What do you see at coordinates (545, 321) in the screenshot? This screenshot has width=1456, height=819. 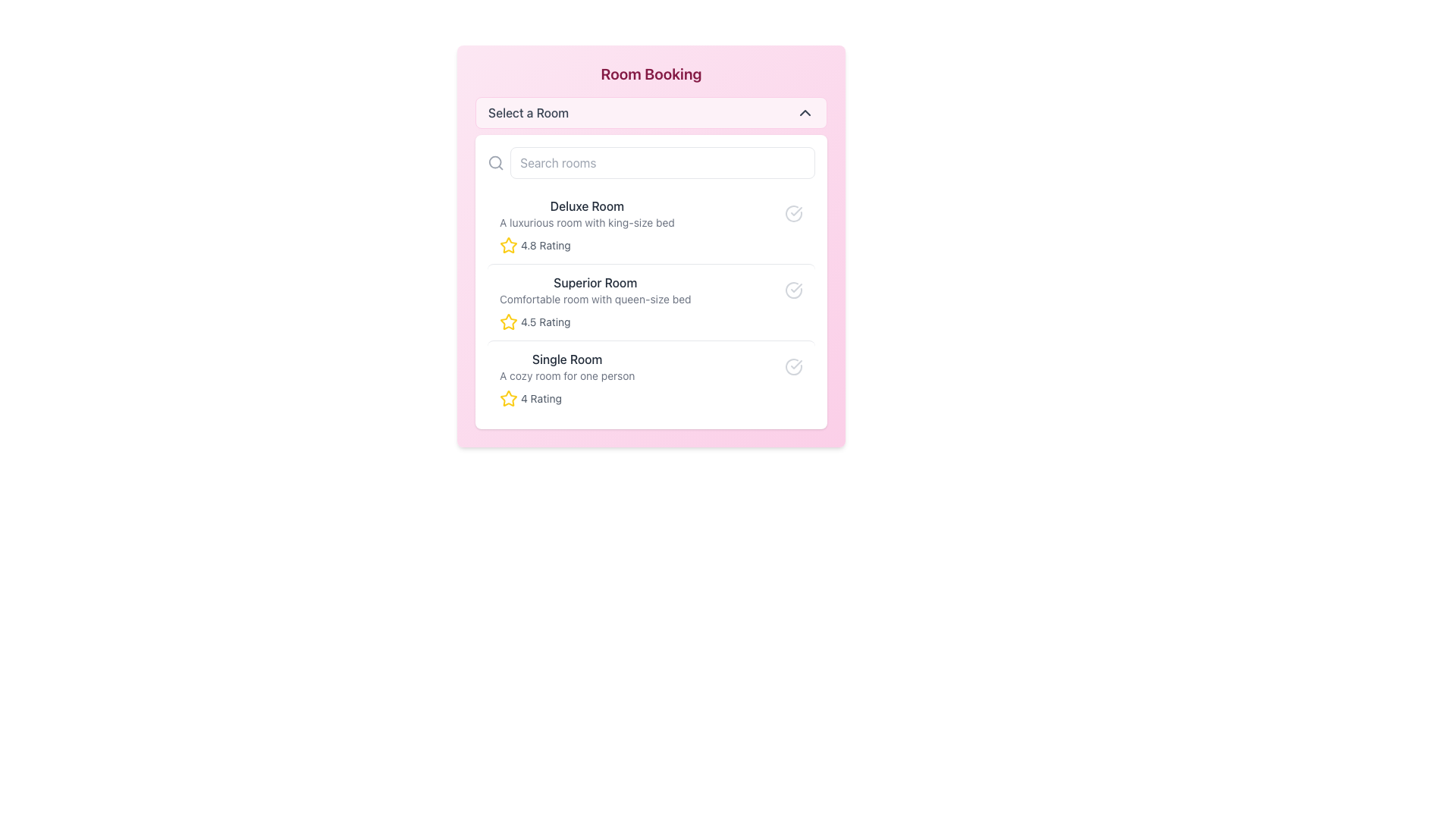 I see `the text displaying '4.5 Rating' which is part of the rating system for the 'Superior Room', located next to a yellow star icon` at bounding box center [545, 321].